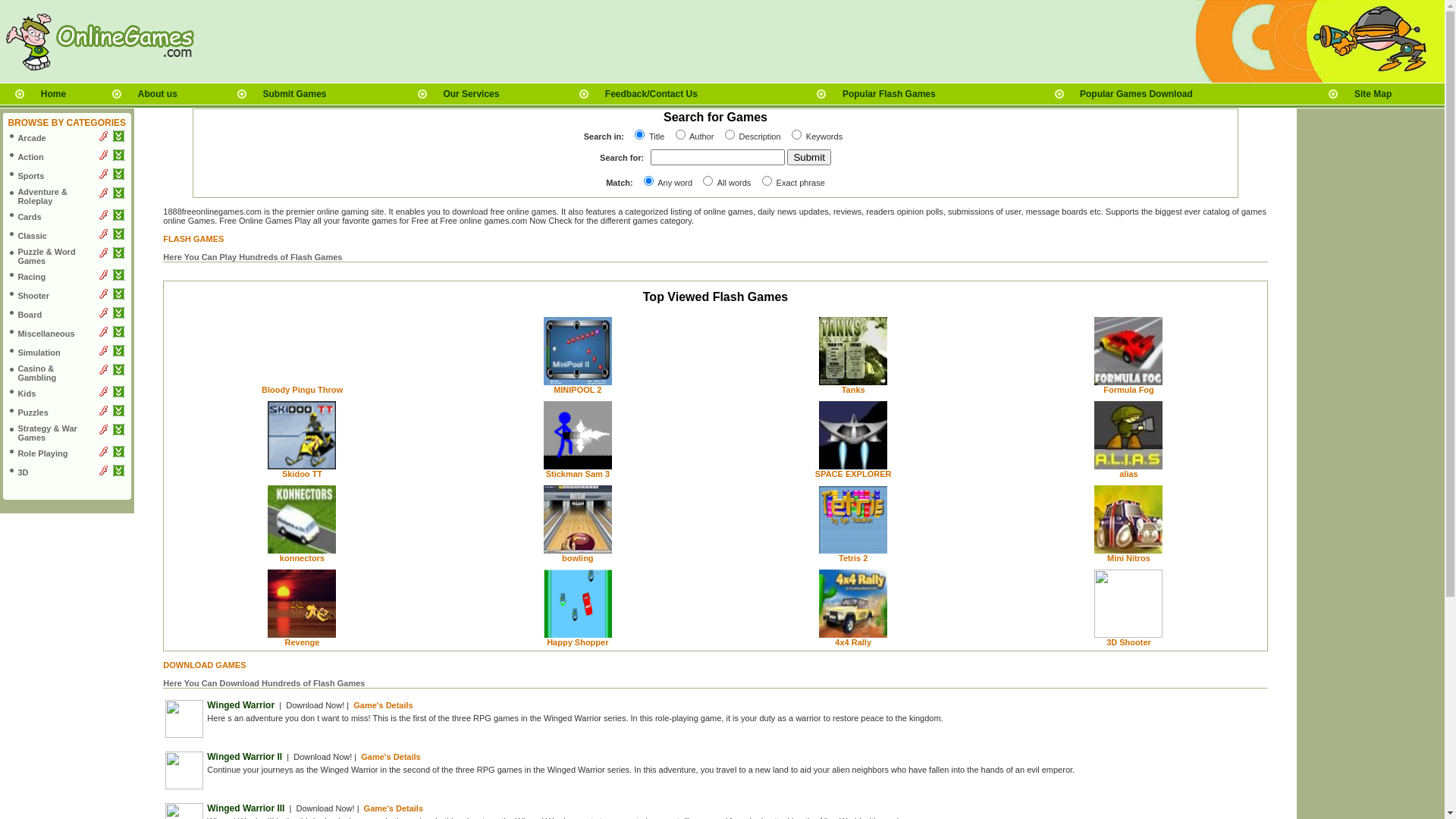 This screenshot has height=819, width=1456. I want to click on 'Tetris 2', so click(852, 558).